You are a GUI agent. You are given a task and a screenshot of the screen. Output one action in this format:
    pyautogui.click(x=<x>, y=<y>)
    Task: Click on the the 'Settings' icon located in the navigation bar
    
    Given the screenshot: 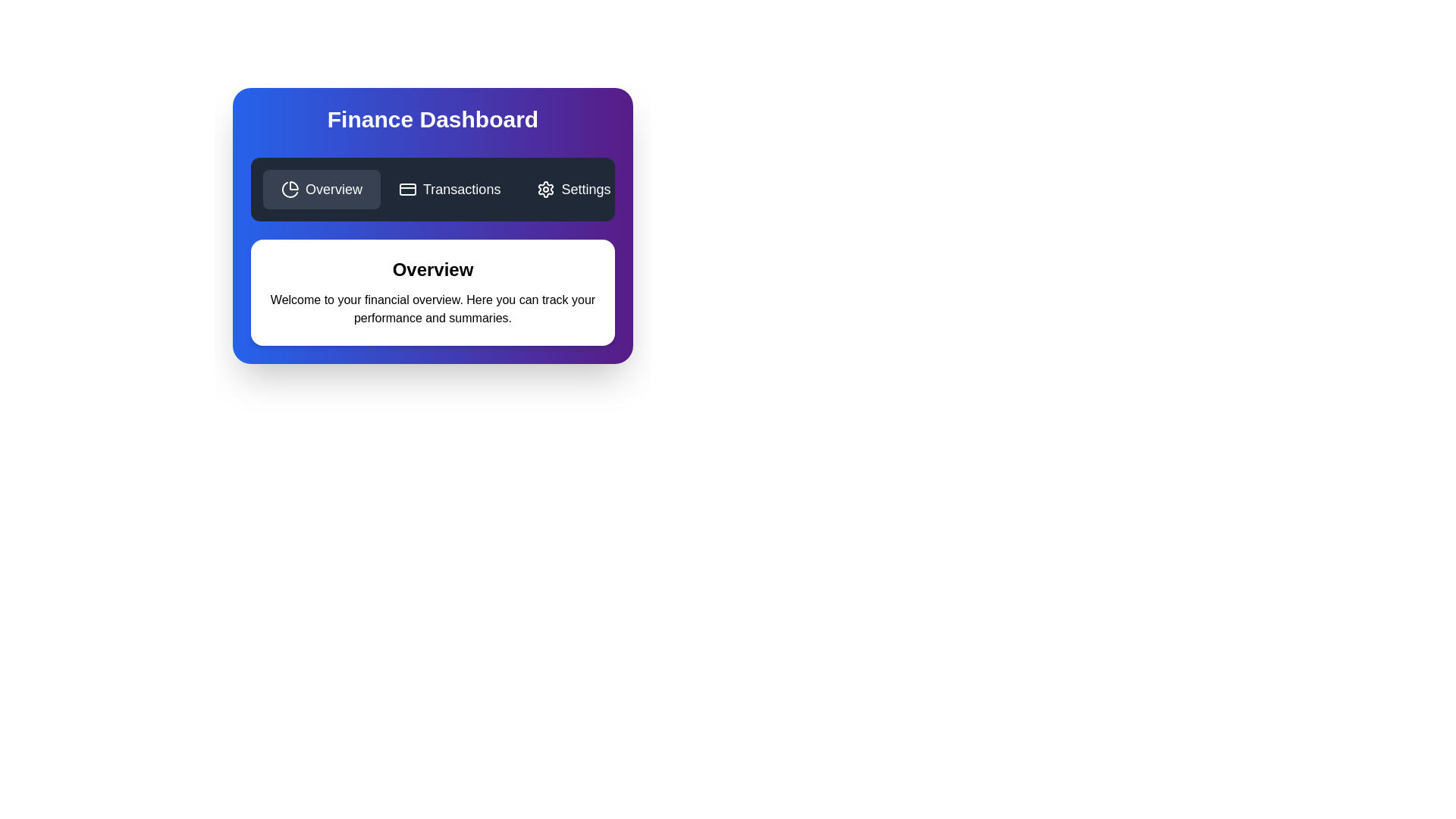 What is the action you would take?
    pyautogui.click(x=546, y=189)
    